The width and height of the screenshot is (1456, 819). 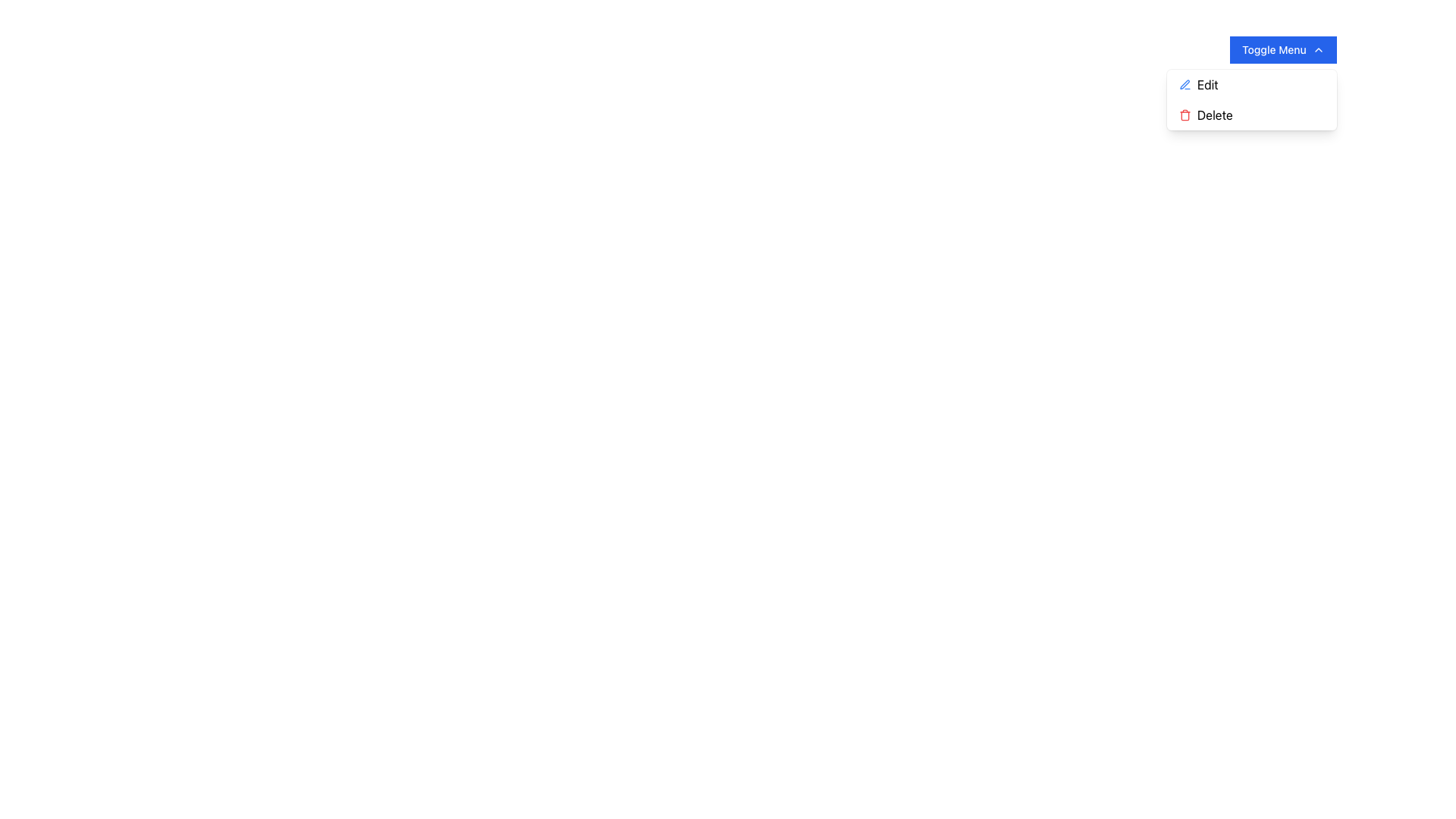 I want to click on the 'Delete' icon located within the 'Delete' button in the dropdown menu, which visually indicates the 'Delete' action, so click(x=1184, y=114).